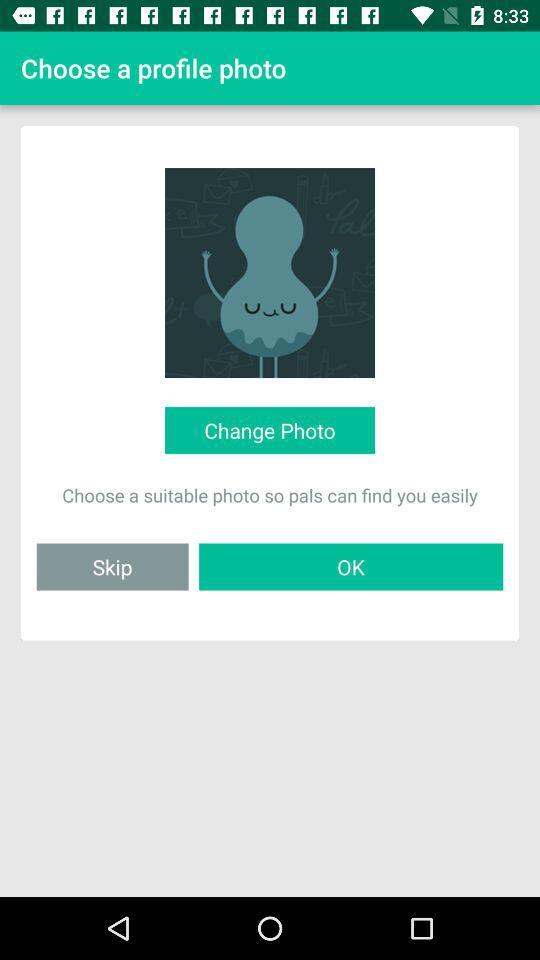  I want to click on icon next to the ok, so click(112, 566).